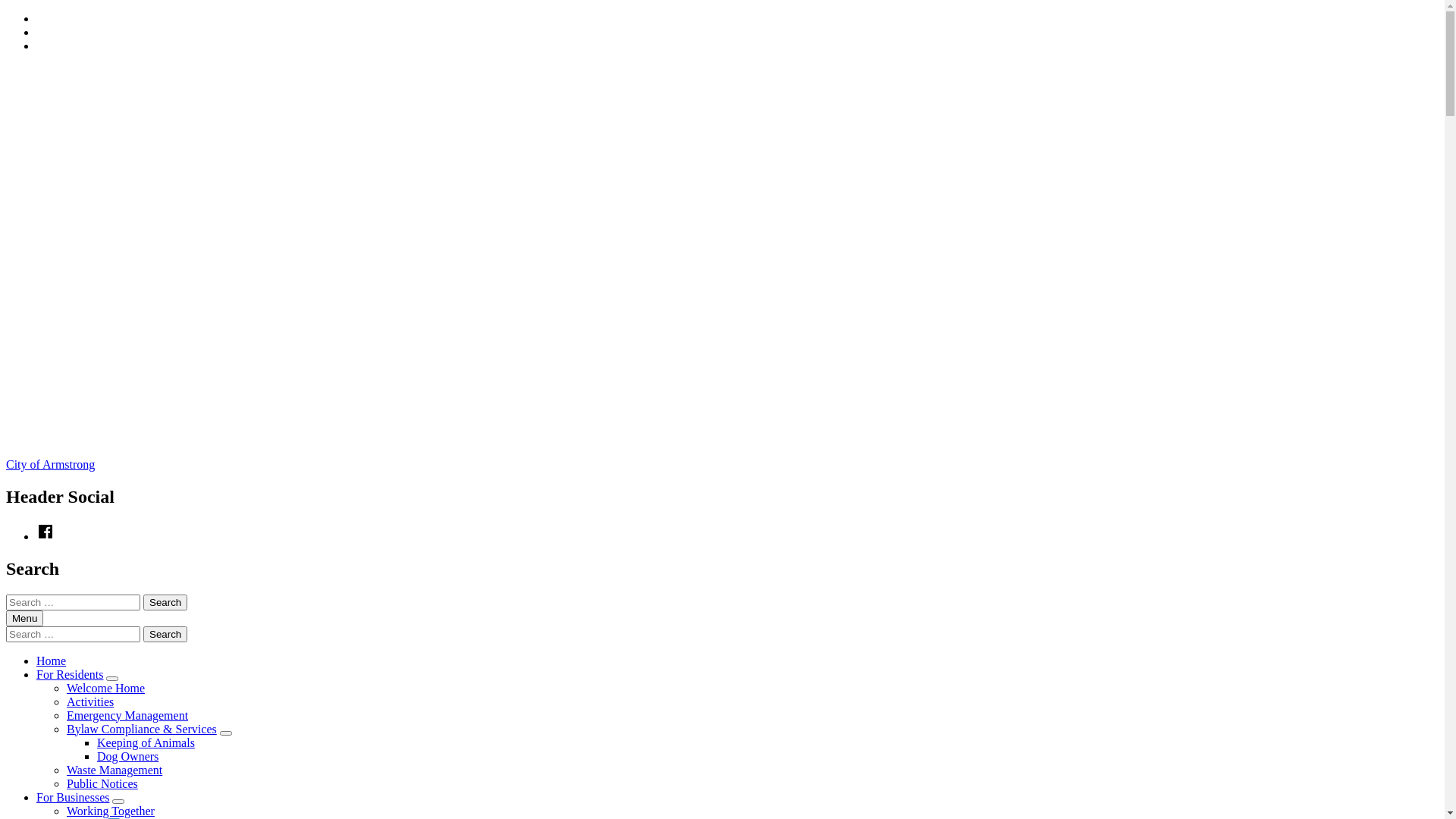  Describe the element at coordinates (105, 688) in the screenshot. I see `'Welcome Home'` at that location.